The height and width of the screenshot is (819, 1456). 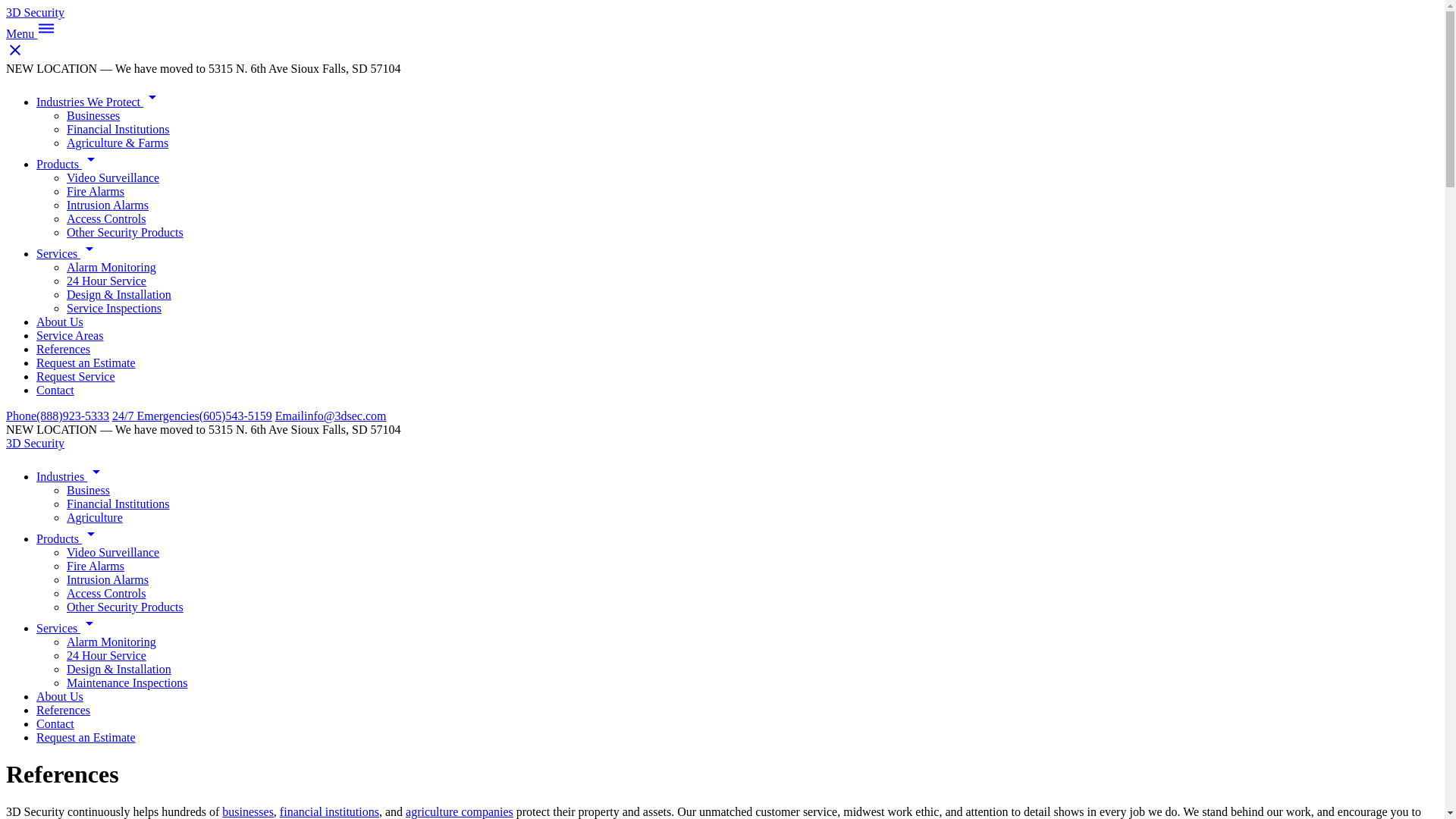 I want to click on '24/7 Emergencies(605)543-5159', so click(x=191, y=416).